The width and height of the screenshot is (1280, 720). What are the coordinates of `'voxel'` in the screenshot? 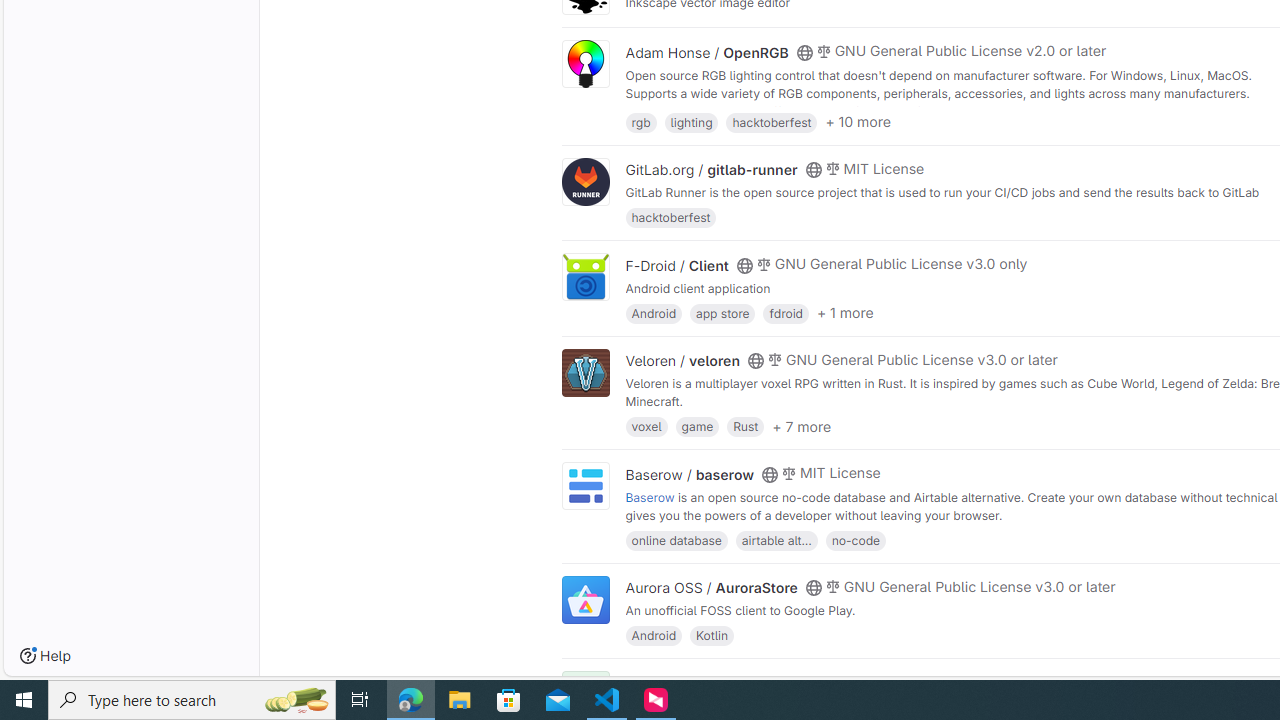 It's located at (646, 425).